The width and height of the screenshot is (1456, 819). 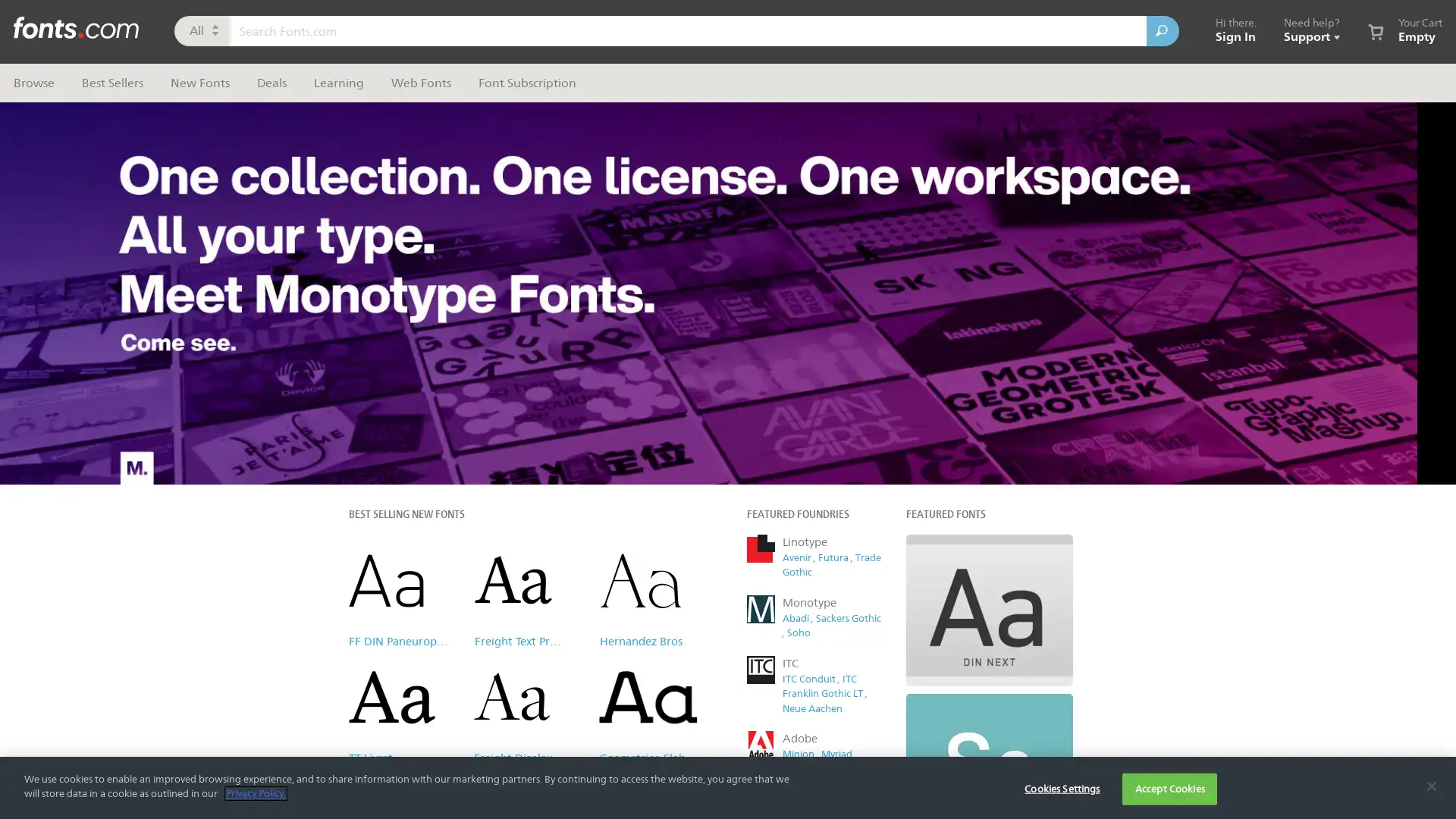 What do you see at coordinates (879, 391) in the screenshot?
I see `Subscribe` at bounding box center [879, 391].